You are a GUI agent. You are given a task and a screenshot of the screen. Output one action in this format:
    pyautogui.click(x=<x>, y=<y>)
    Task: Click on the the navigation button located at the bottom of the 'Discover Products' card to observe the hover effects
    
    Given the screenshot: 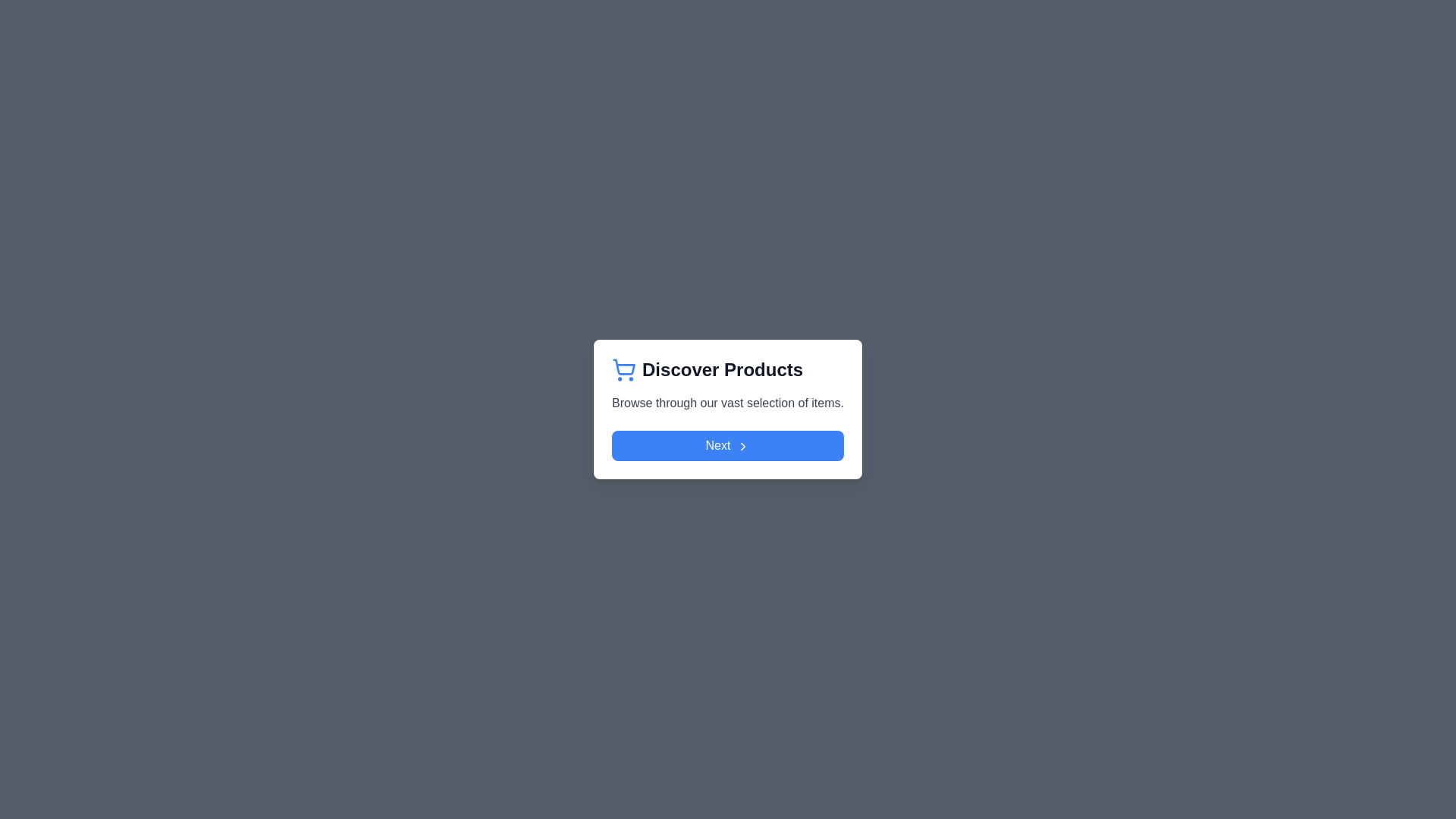 What is the action you would take?
    pyautogui.click(x=728, y=444)
    